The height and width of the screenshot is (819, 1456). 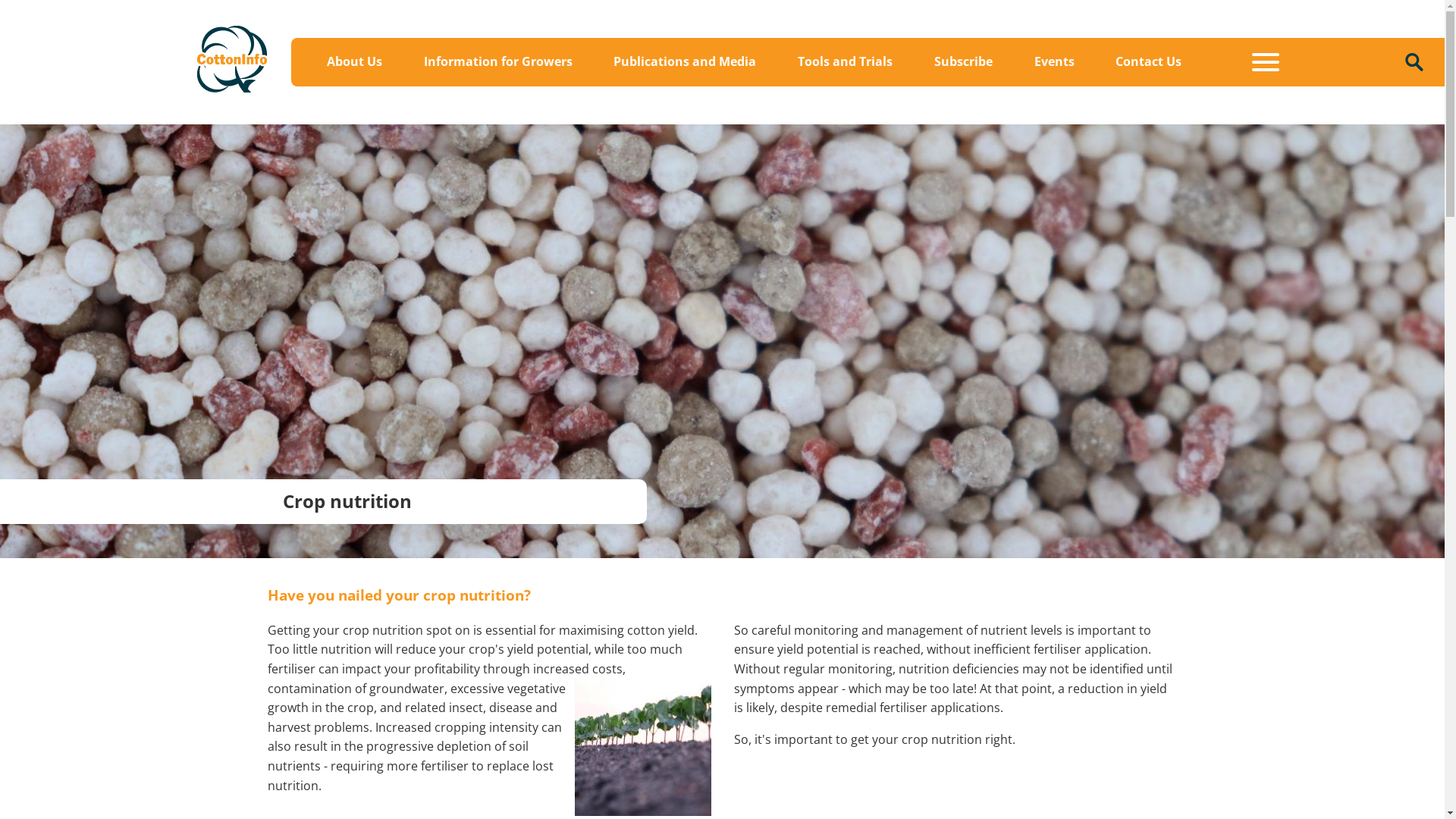 I want to click on 'Events', so click(x=1053, y=61).